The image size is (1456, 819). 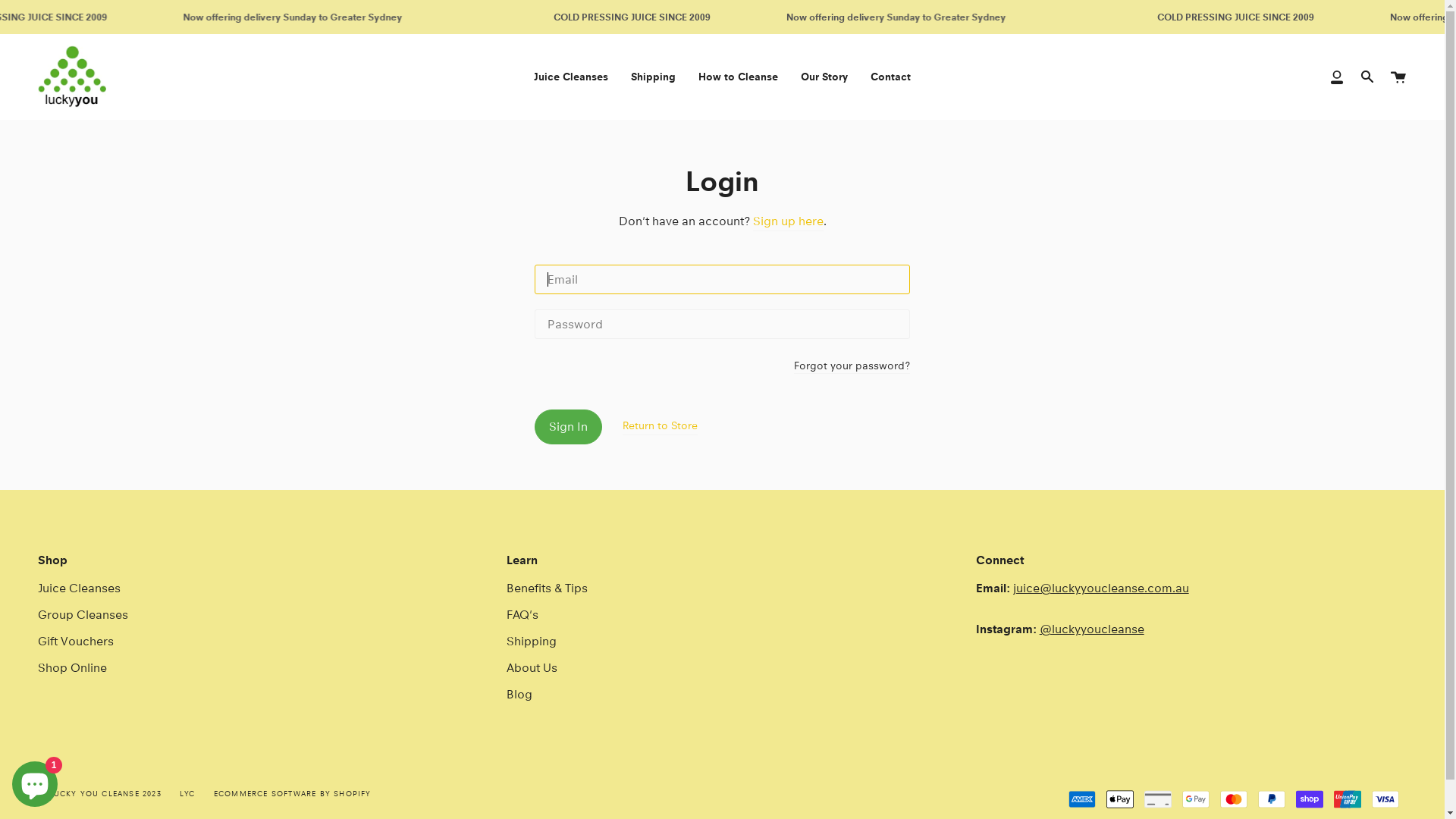 What do you see at coordinates (823, 76) in the screenshot?
I see `'Our Story'` at bounding box center [823, 76].